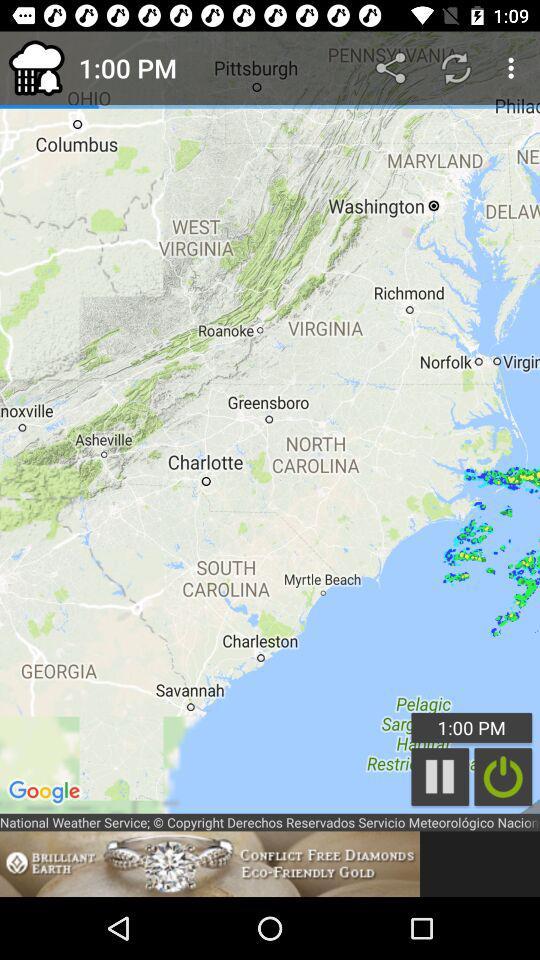 The image size is (540, 960). Describe the element at coordinates (440, 776) in the screenshot. I see `click pause button` at that location.